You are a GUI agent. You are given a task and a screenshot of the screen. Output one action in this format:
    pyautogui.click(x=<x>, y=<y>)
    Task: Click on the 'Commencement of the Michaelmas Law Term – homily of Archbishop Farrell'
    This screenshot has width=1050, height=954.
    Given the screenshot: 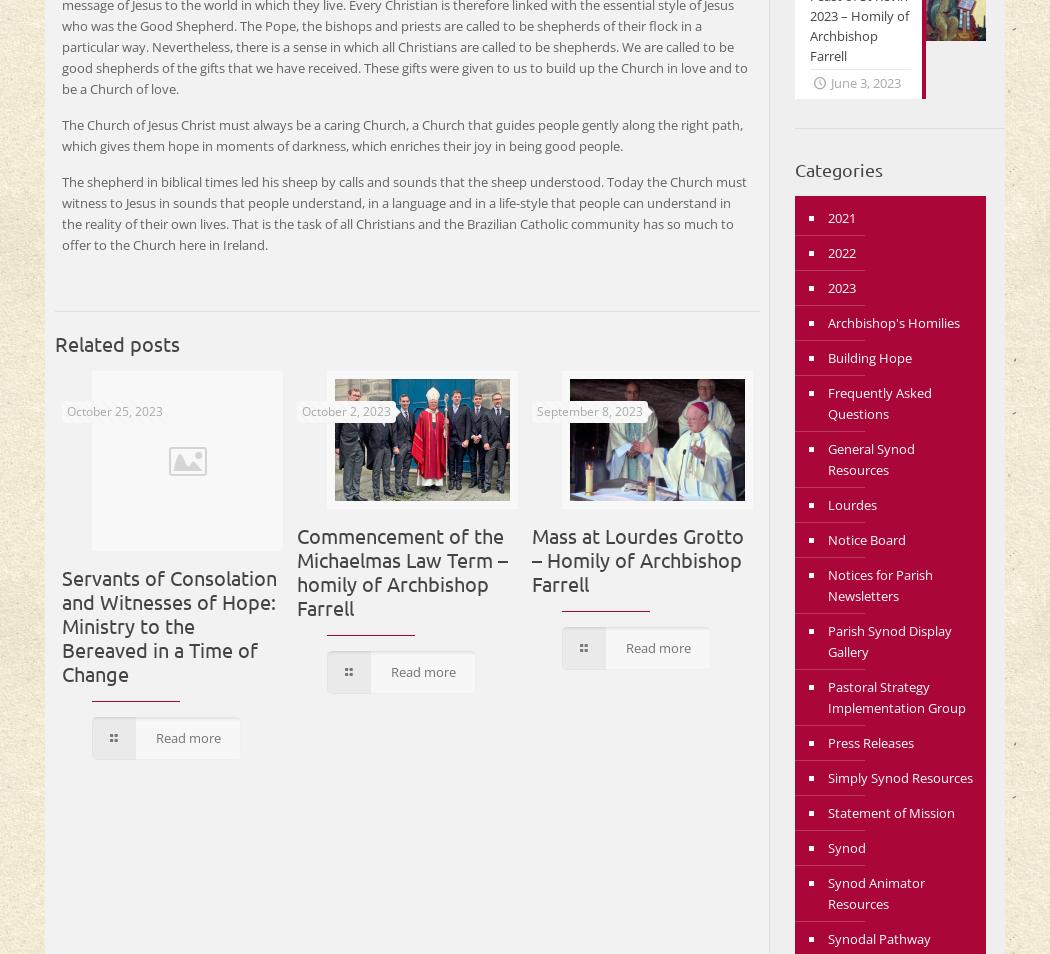 What is the action you would take?
    pyautogui.click(x=402, y=569)
    